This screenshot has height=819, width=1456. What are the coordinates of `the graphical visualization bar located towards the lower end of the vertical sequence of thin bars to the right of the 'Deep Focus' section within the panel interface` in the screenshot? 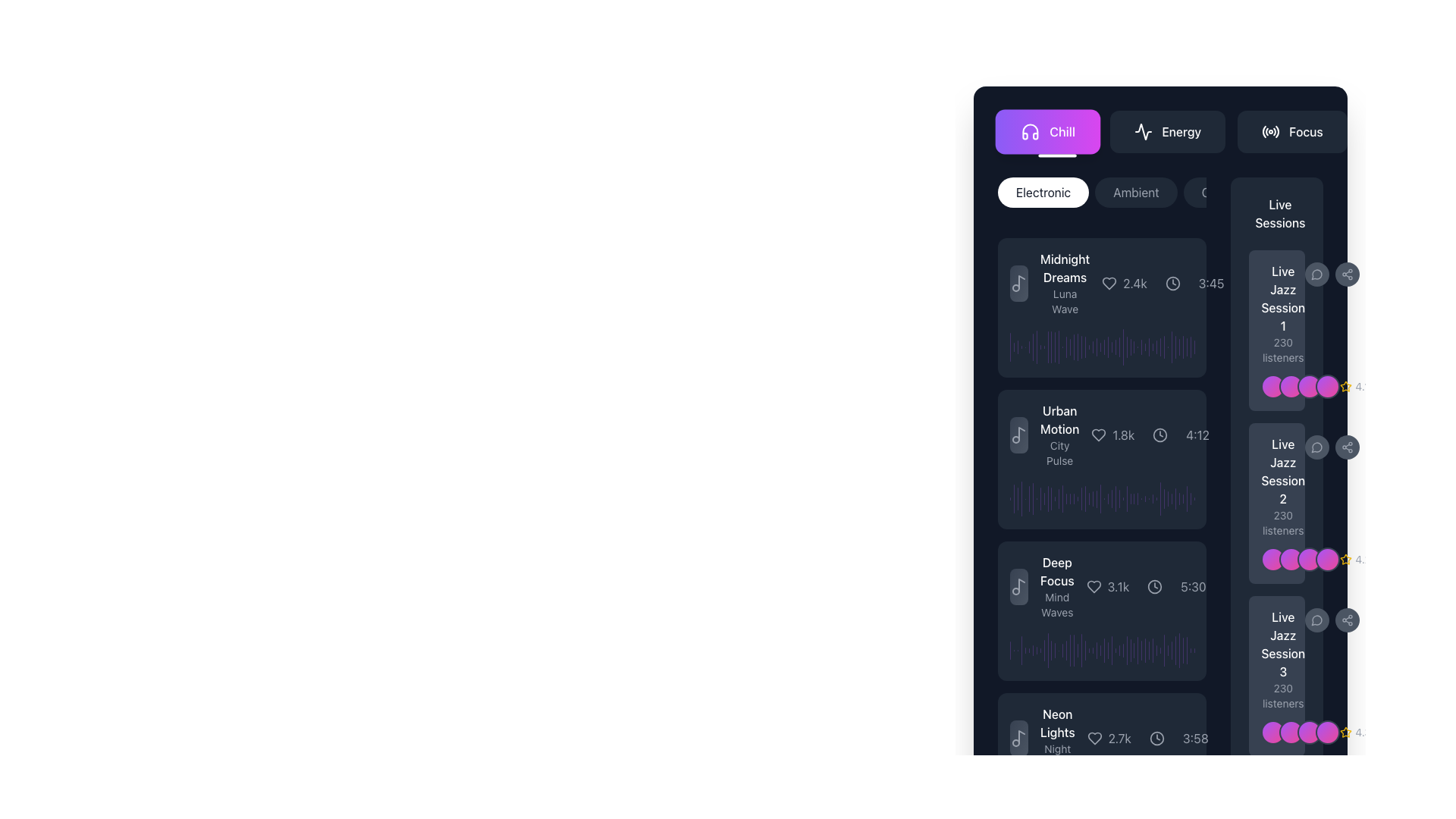 It's located at (1145, 649).